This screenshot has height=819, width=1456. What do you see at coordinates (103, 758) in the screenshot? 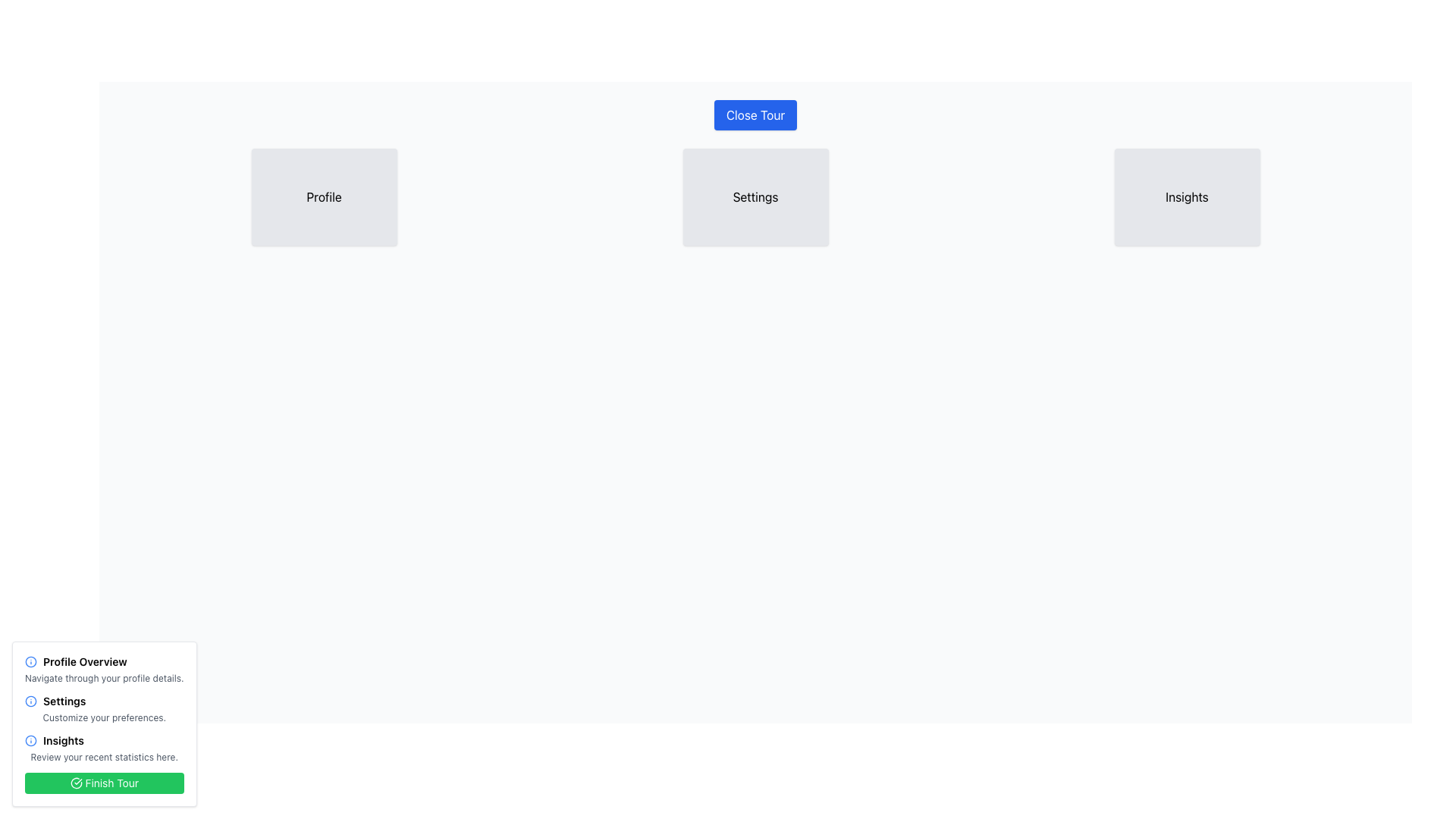
I see `displayed information from the text label that shows 'Review your recent statistics here.' located below the 'Insights' title in the instructional sidebar` at bounding box center [103, 758].